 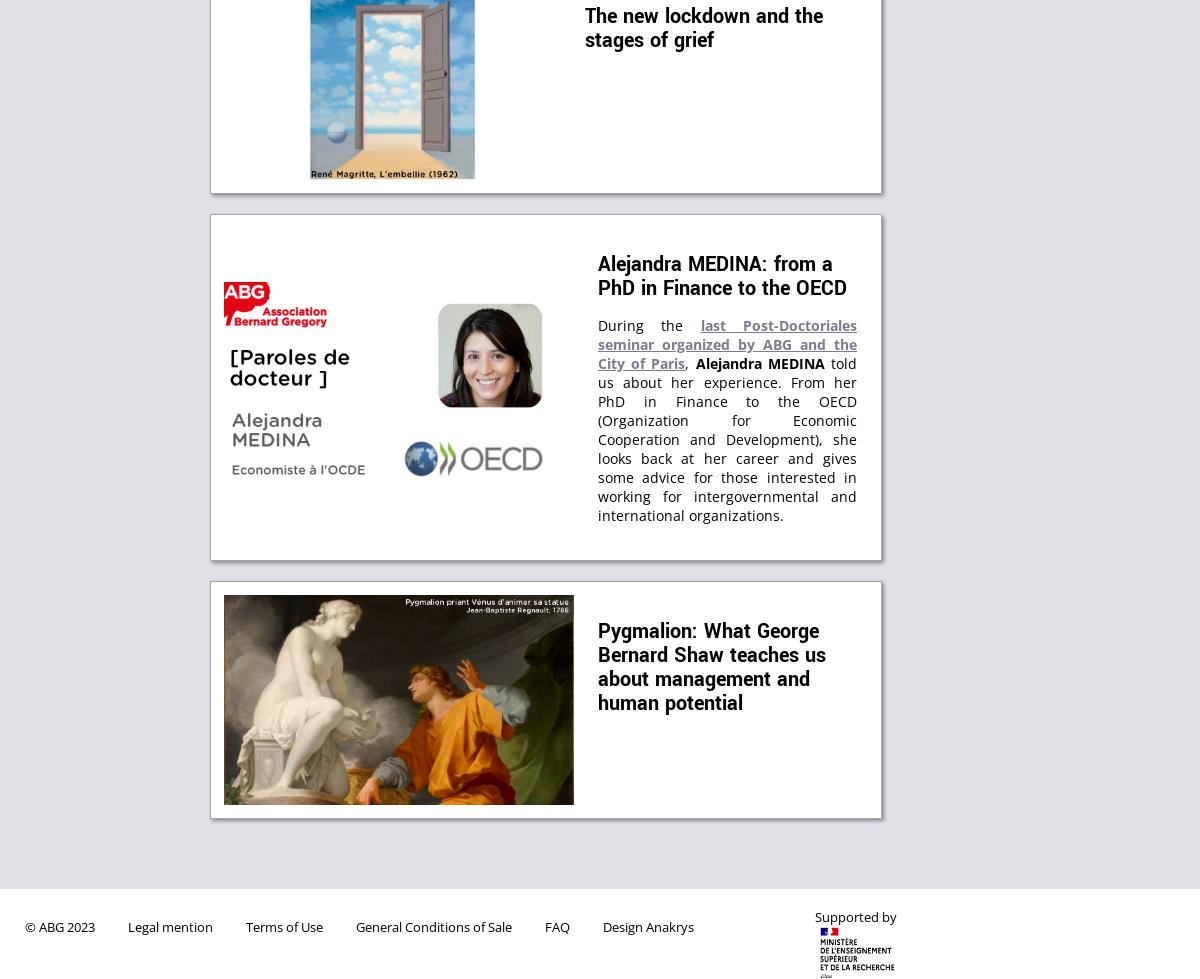 I want to click on '© ABG 2023', so click(x=60, y=926).